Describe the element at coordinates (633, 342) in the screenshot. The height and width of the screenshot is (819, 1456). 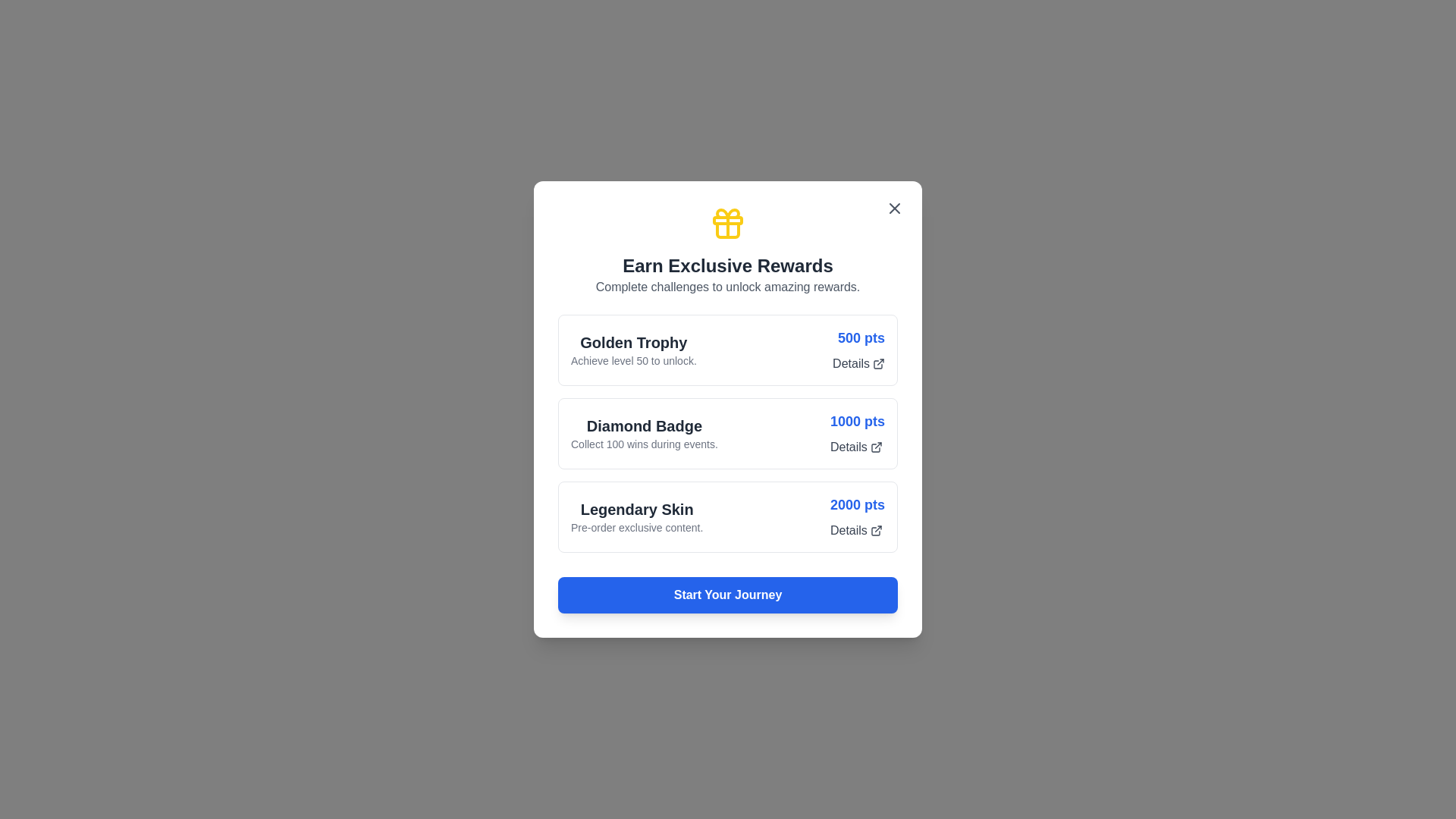
I see `the 'Golden Trophy' text label, which serves as the title for a reward item, positioned at the center of the page within a card modal` at that location.